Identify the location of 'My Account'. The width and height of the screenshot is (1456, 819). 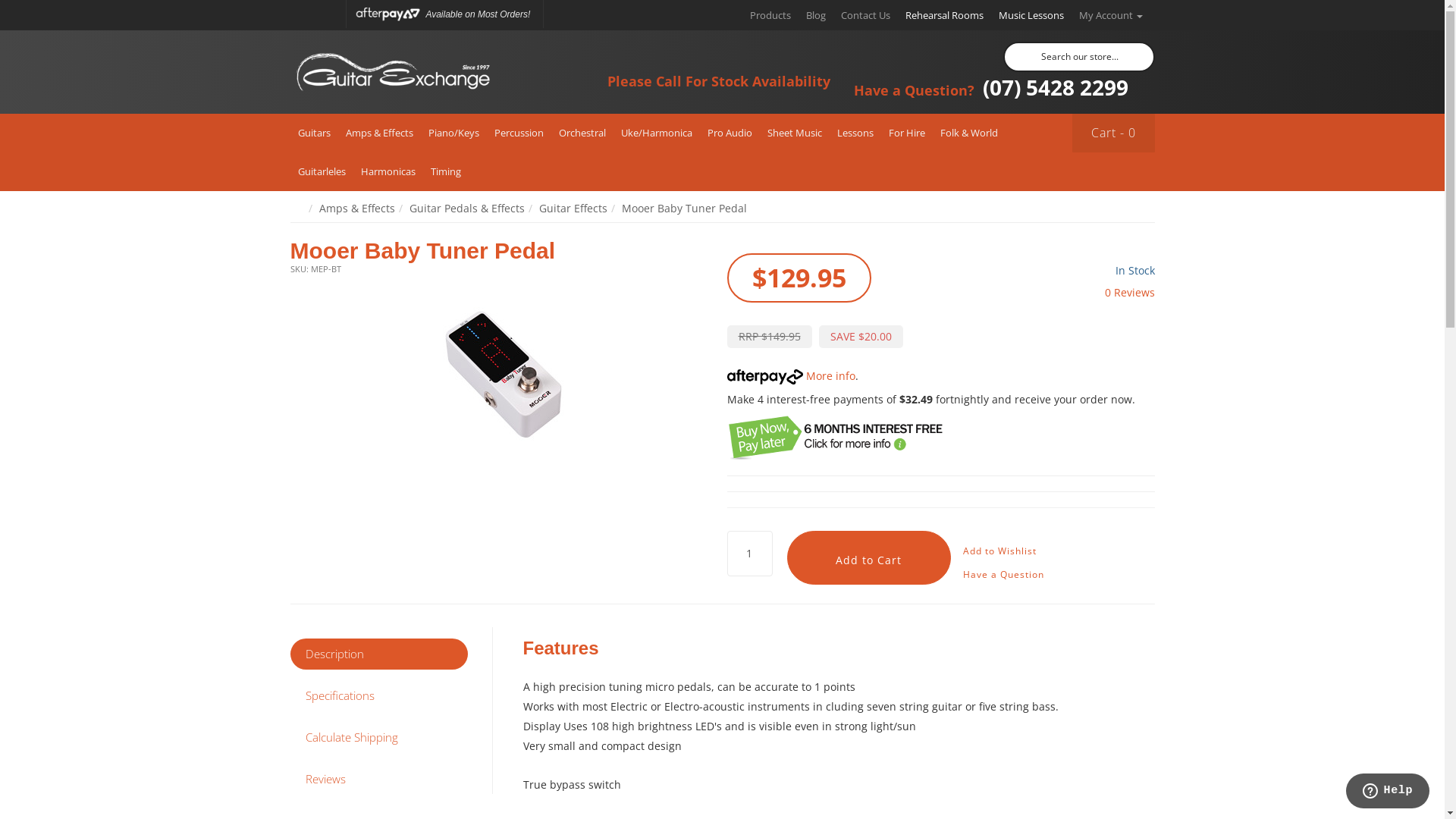
(1110, 14).